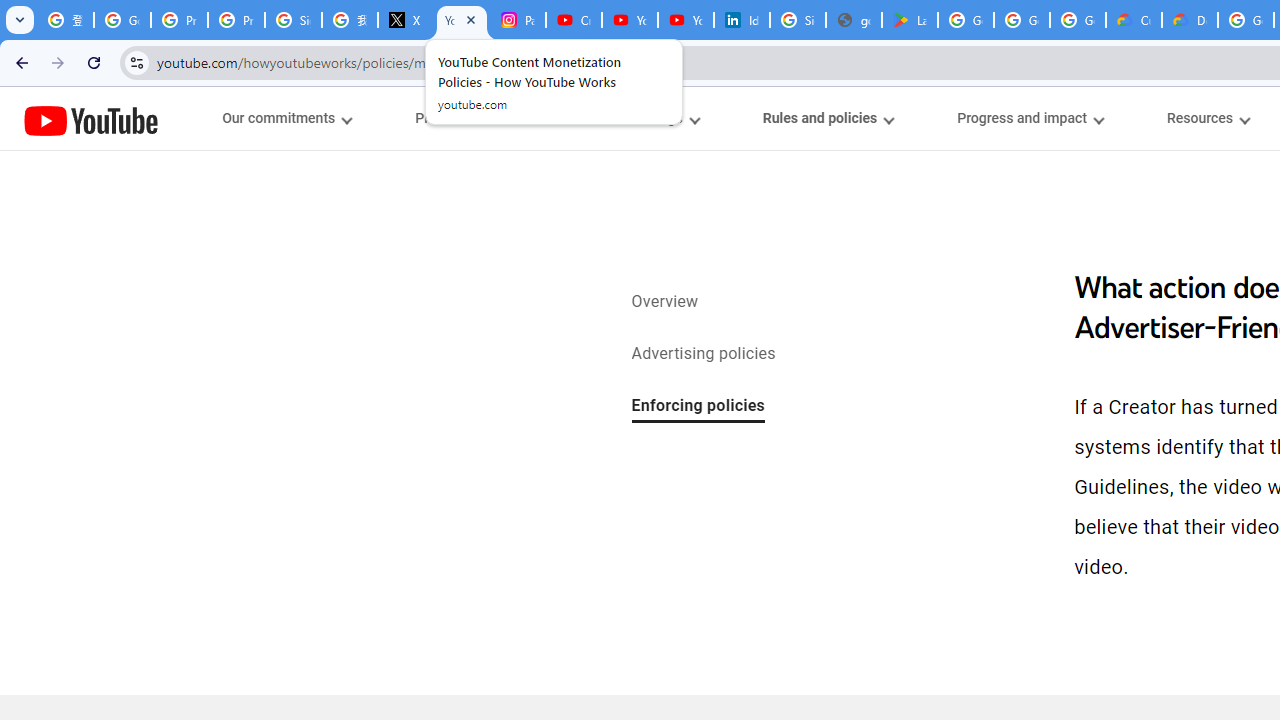 This screenshot has width=1280, height=720. I want to click on 'Identity verification via Persona | LinkedIn Help', so click(741, 20).